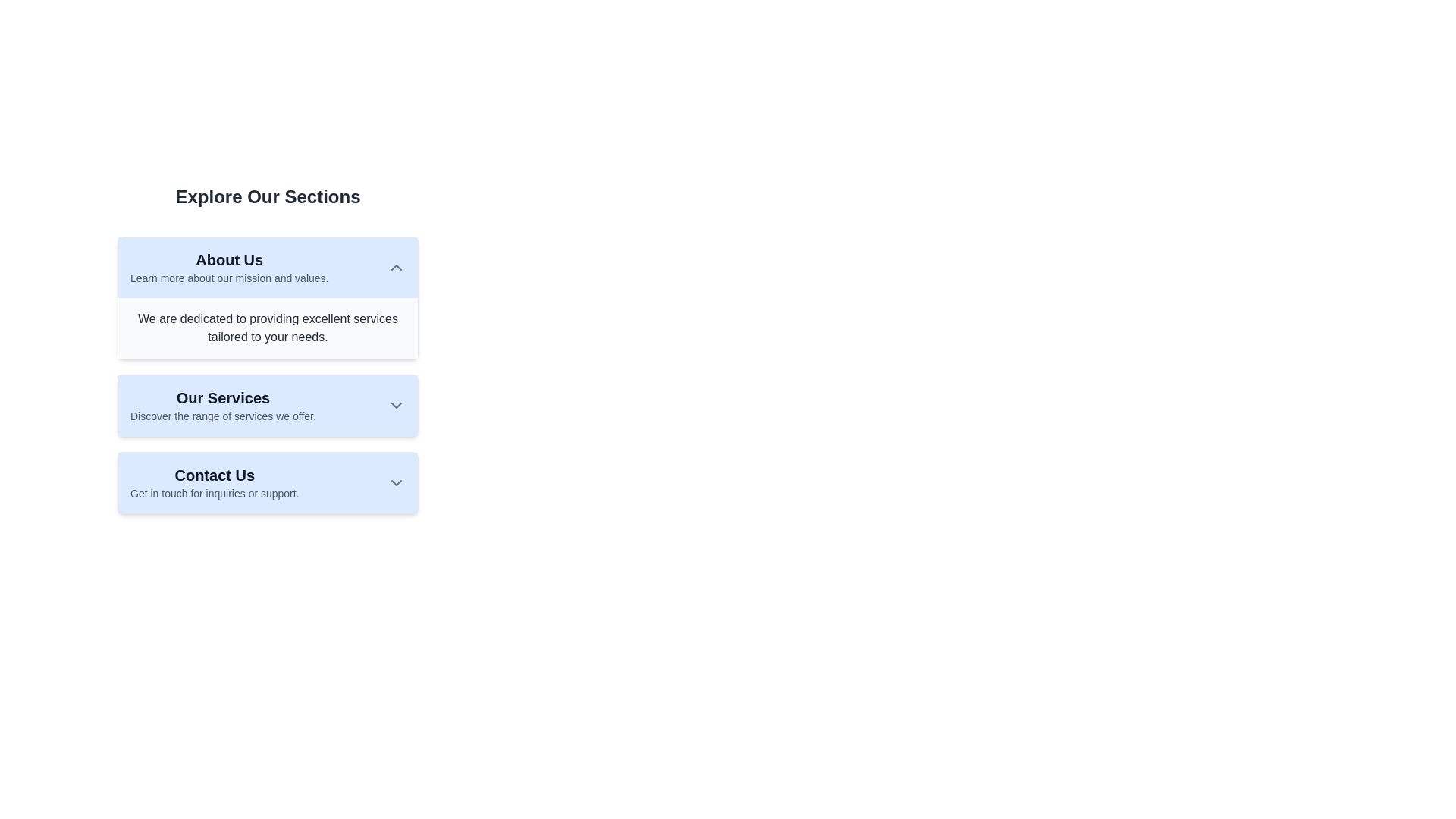 The image size is (1456, 819). I want to click on the 'Contact Us' label, which features a bold headline and a smaller description text within a rounded, light blue box, located under the heading 'Explore Our Sections', so click(214, 482).